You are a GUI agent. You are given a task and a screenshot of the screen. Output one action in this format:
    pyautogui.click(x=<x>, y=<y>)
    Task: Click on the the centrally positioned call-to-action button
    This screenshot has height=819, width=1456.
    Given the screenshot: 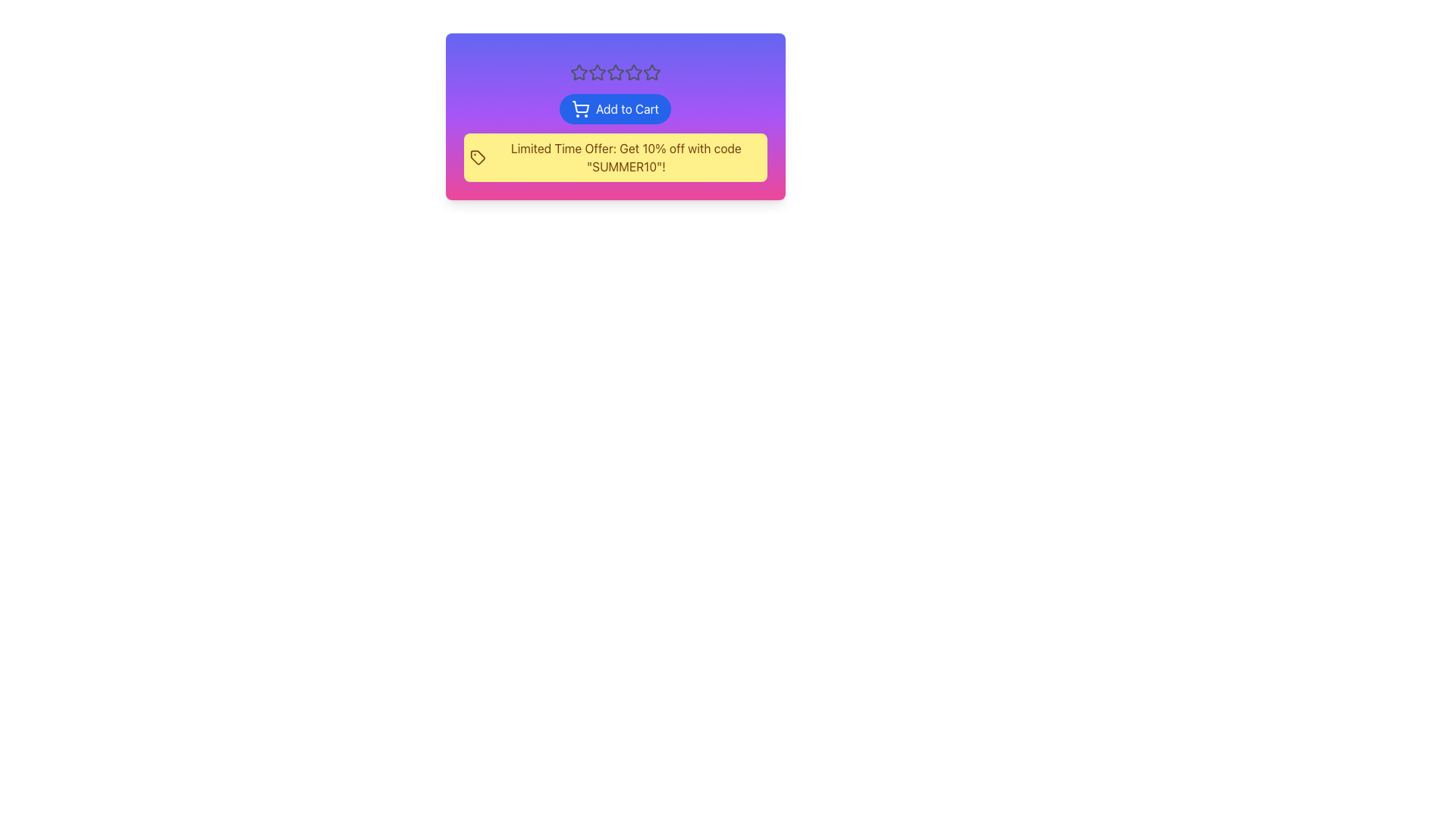 What is the action you would take?
    pyautogui.click(x=615, y=108)
    